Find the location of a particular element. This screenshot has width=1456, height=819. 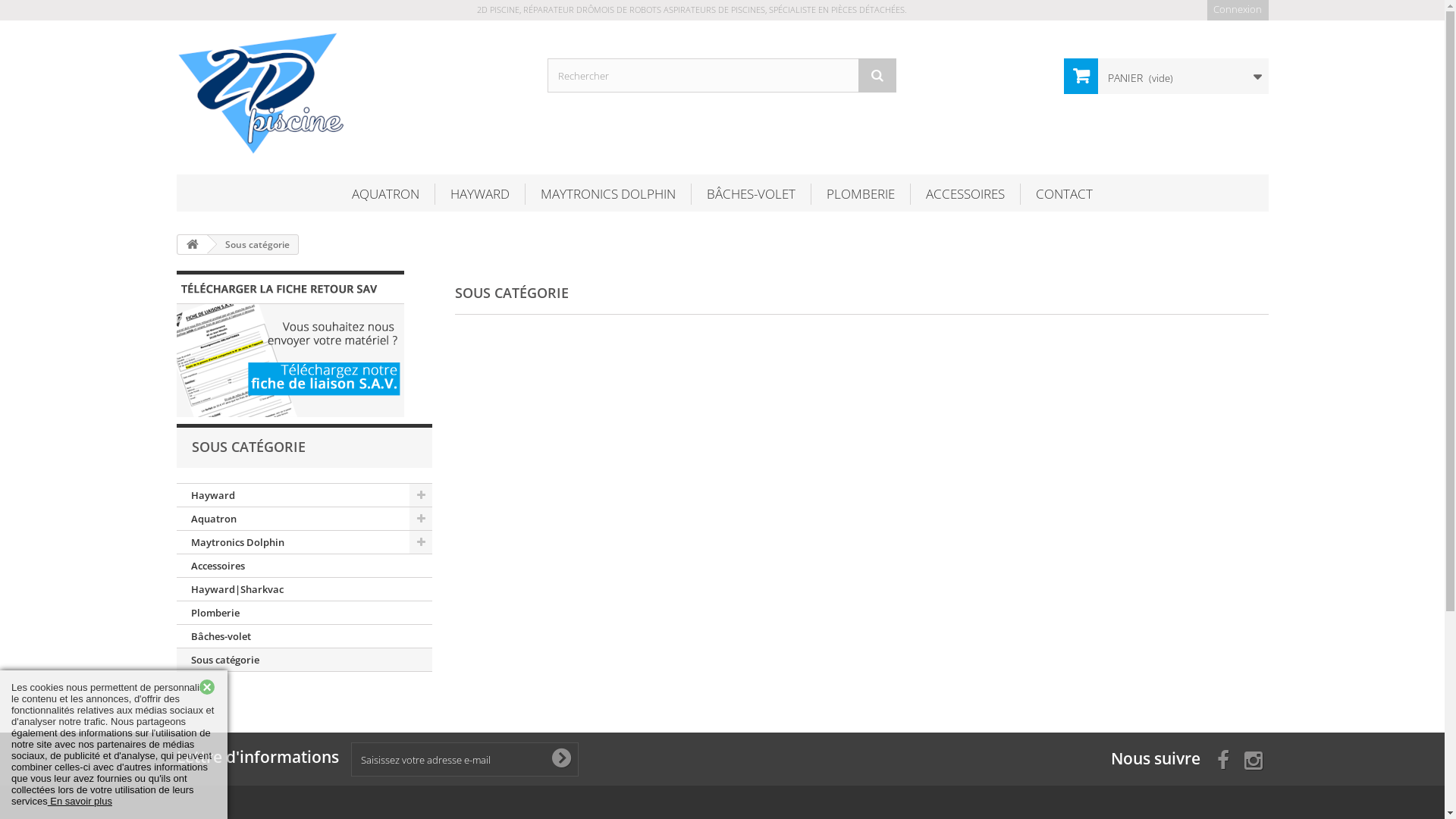

'AQUATRON' is located at coordinates (336, 193).